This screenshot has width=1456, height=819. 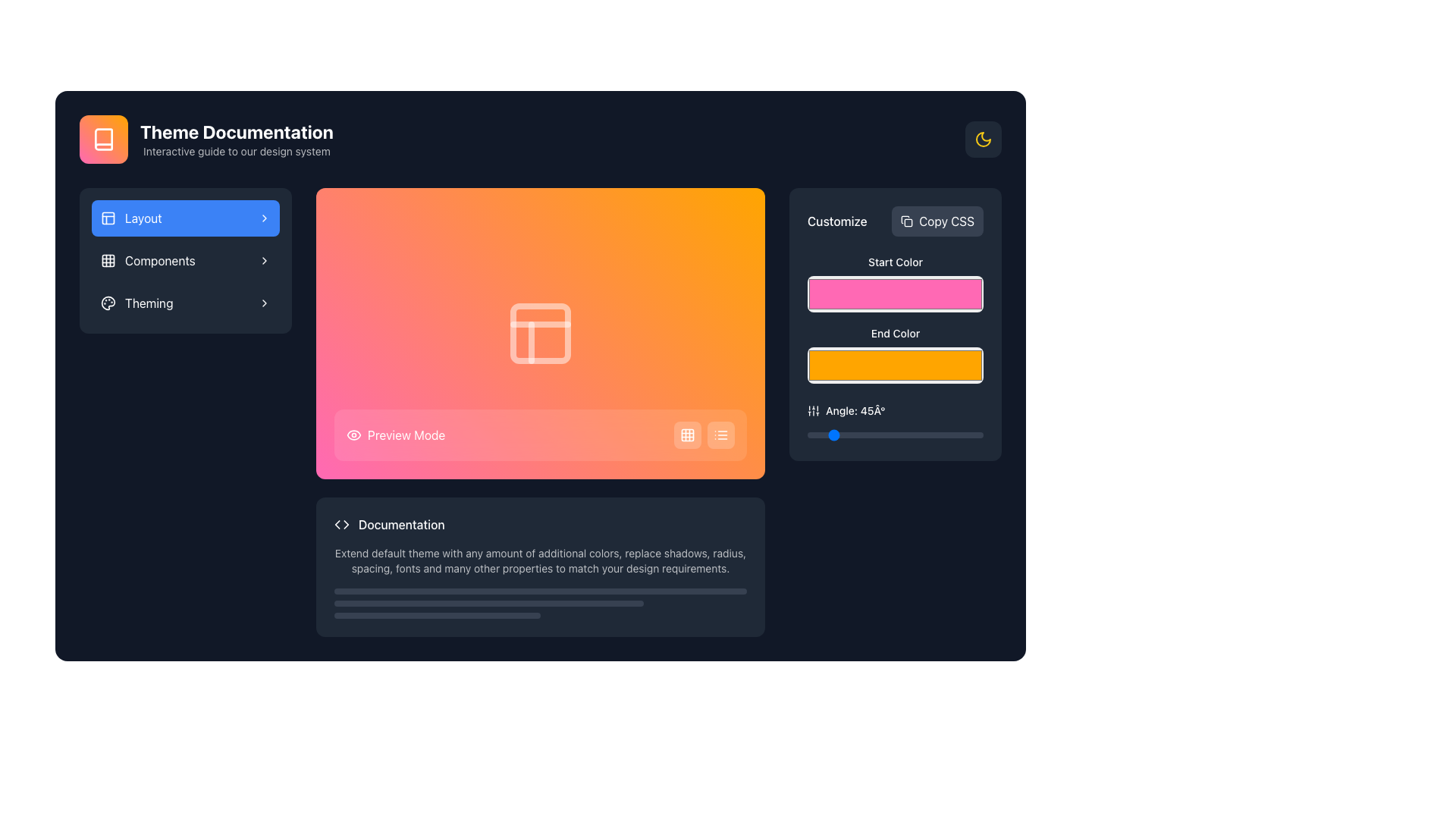 I want to click on the color picker interface block located in the right panel under the 'Copy CSS' button and above the 'Angle: 45°' slider, so click(x=895, y=318).